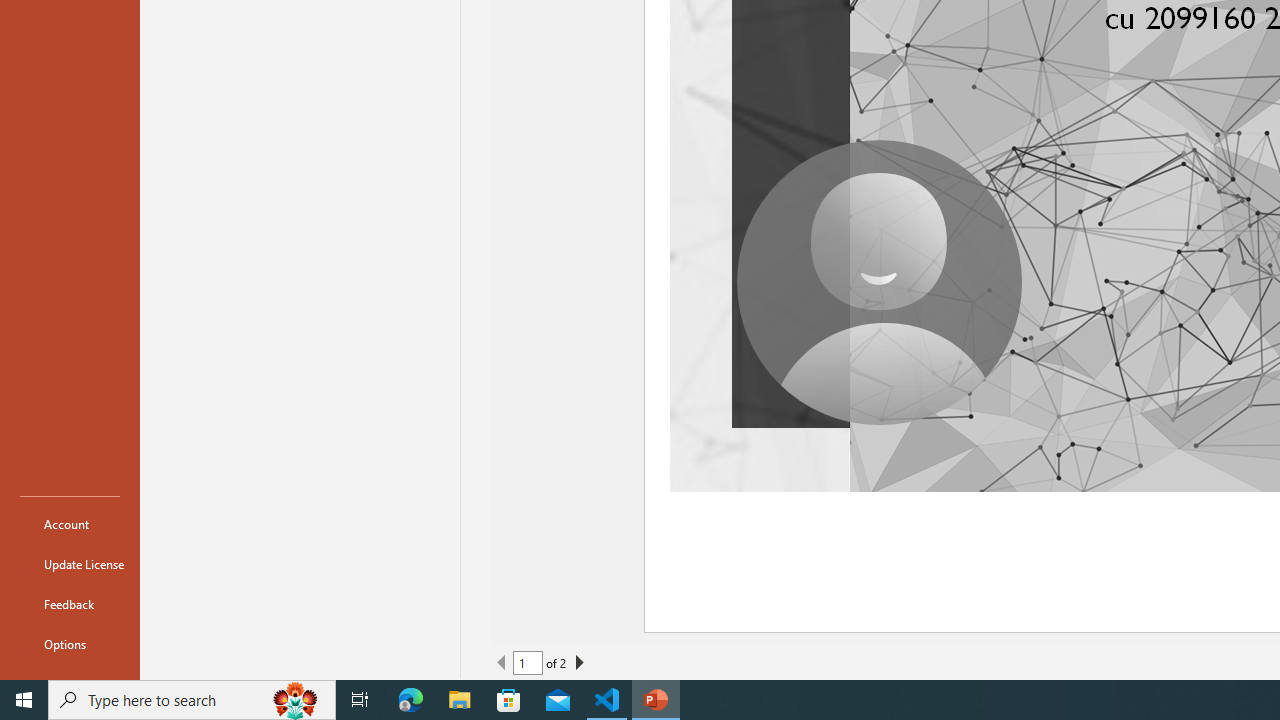  Describe the element at coordinates (528, 663) in the screenshot. I see `'Current Page'` at that location.